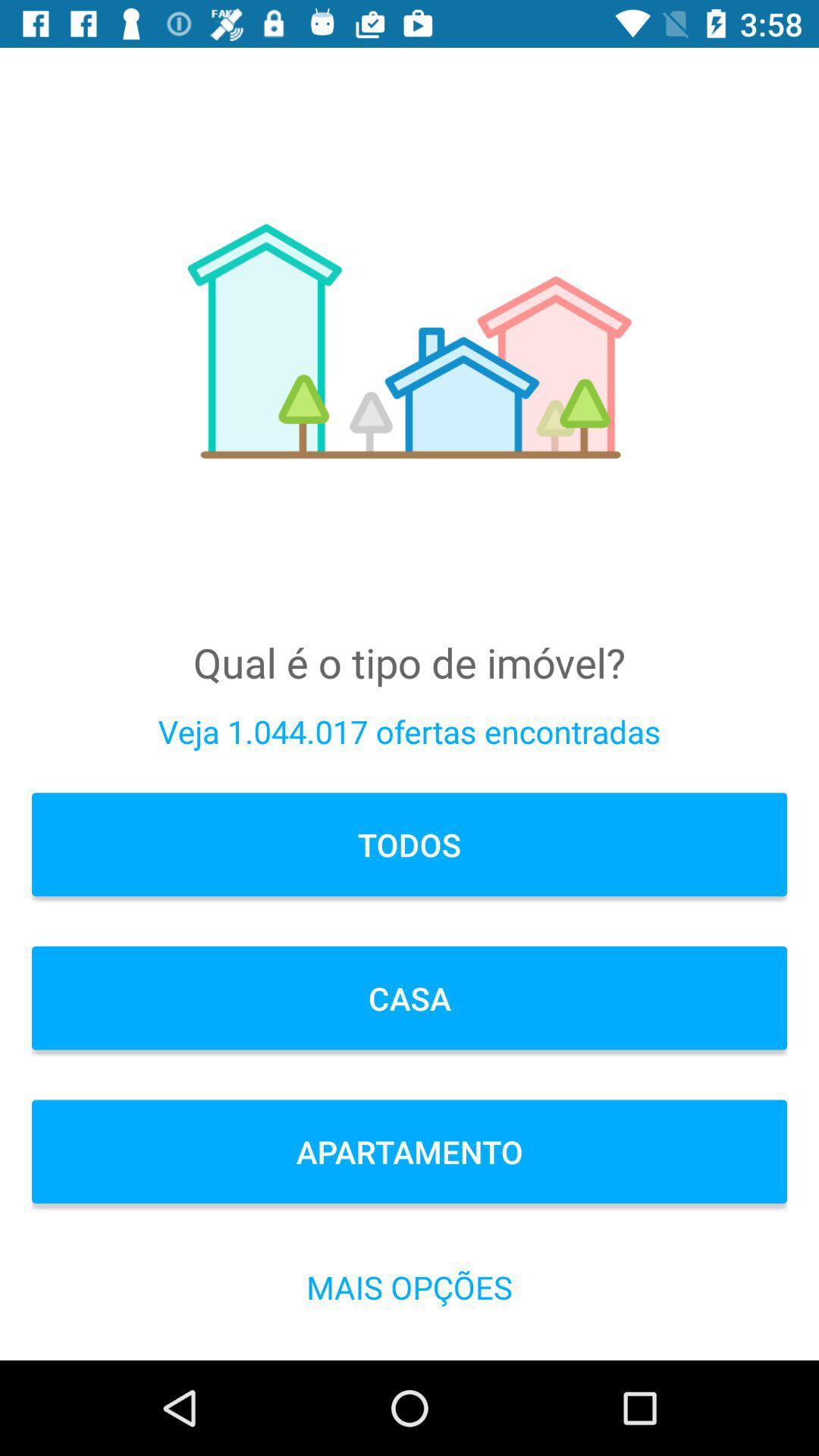 The height and width of the screenshot is (1456, 819). I want to click on the icon below the apartamento, so click(409, 1286).